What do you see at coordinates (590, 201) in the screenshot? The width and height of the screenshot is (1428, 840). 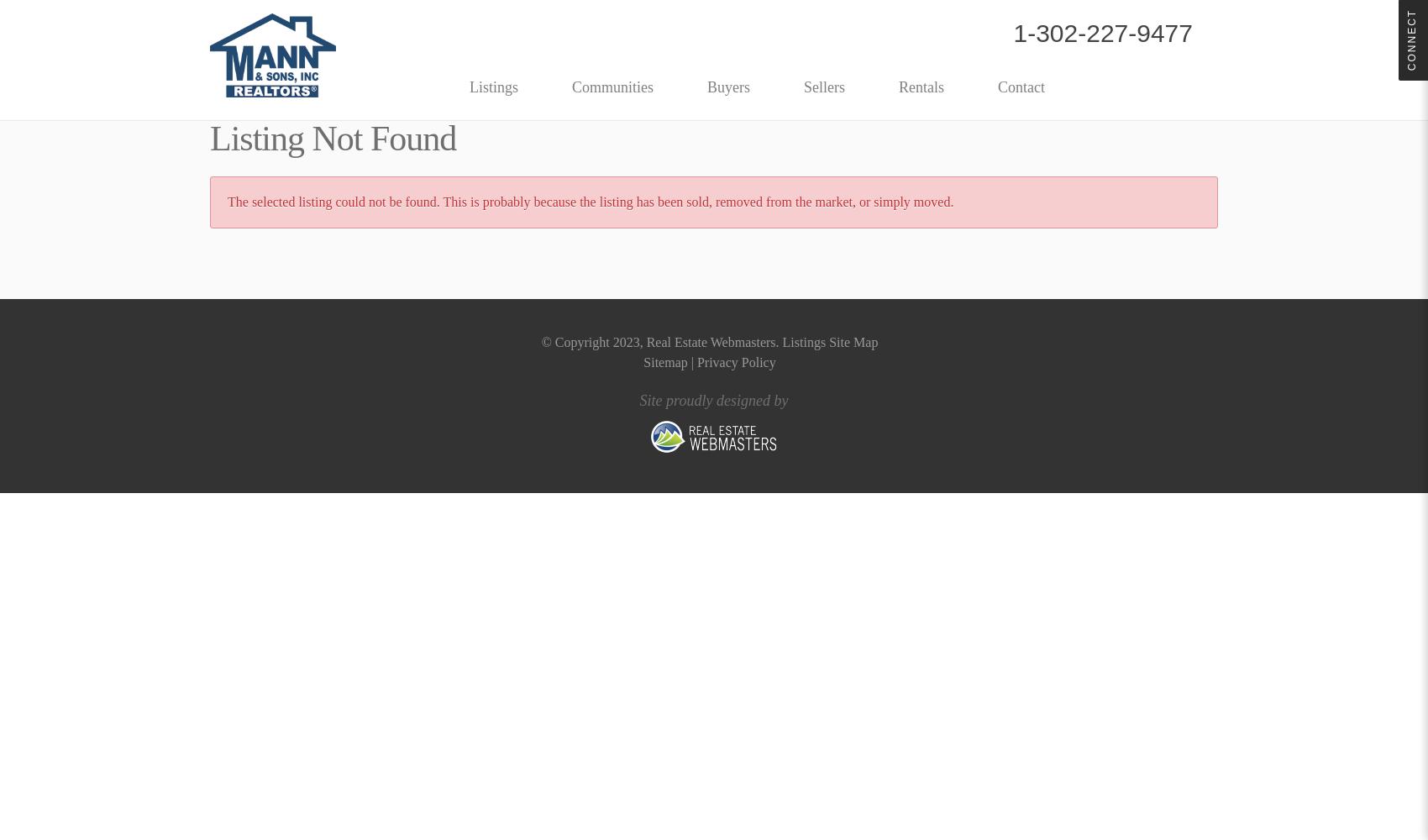 I see `'The selected listing could not be found. This is probably because the listing has been sold, removed from the market, or simply moved.'` at bounding box center [590, 201].